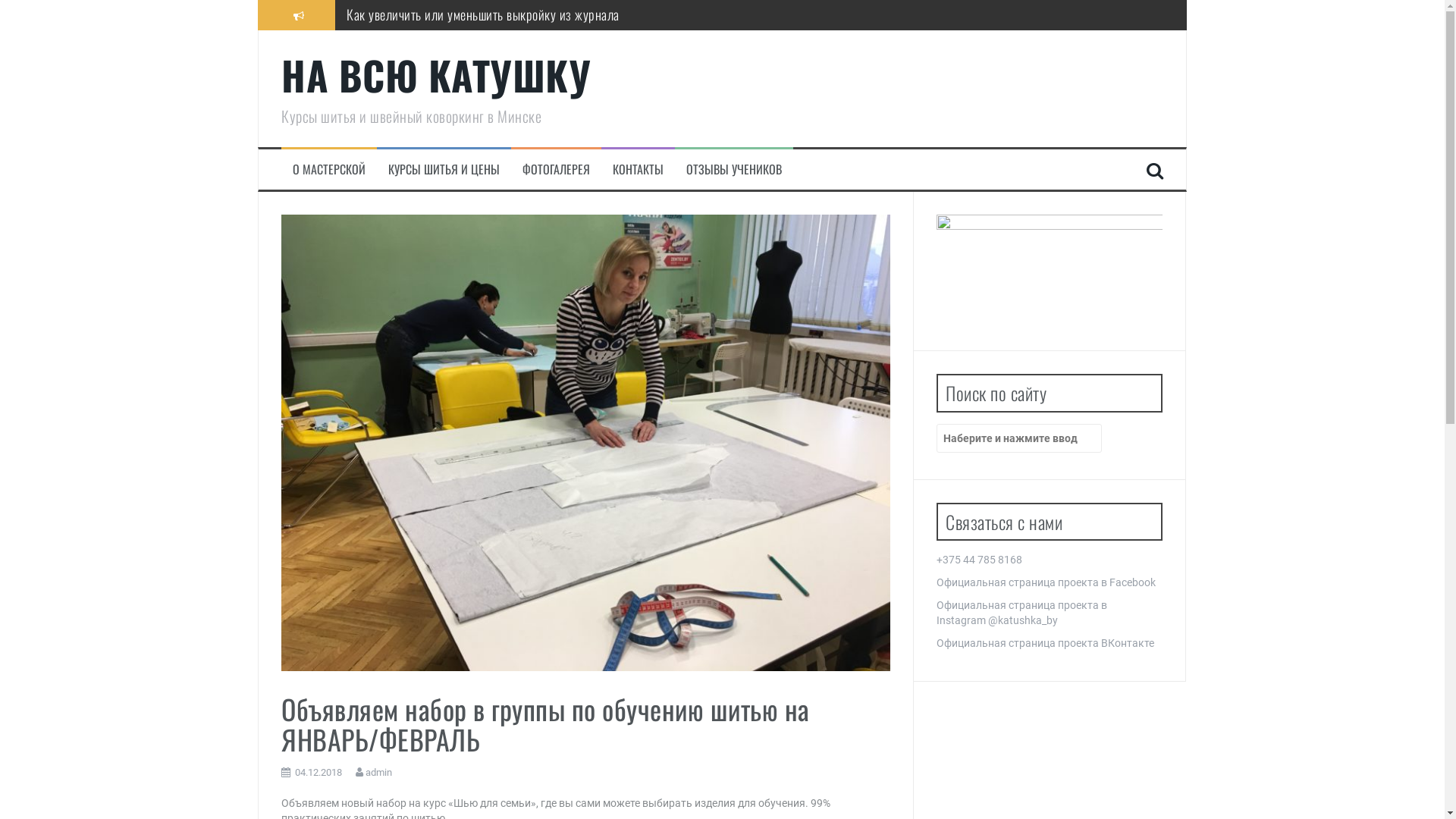  Describe the element at coordinates (318, 772) in the screenshot. I see `'04.12.2018'` at that location.